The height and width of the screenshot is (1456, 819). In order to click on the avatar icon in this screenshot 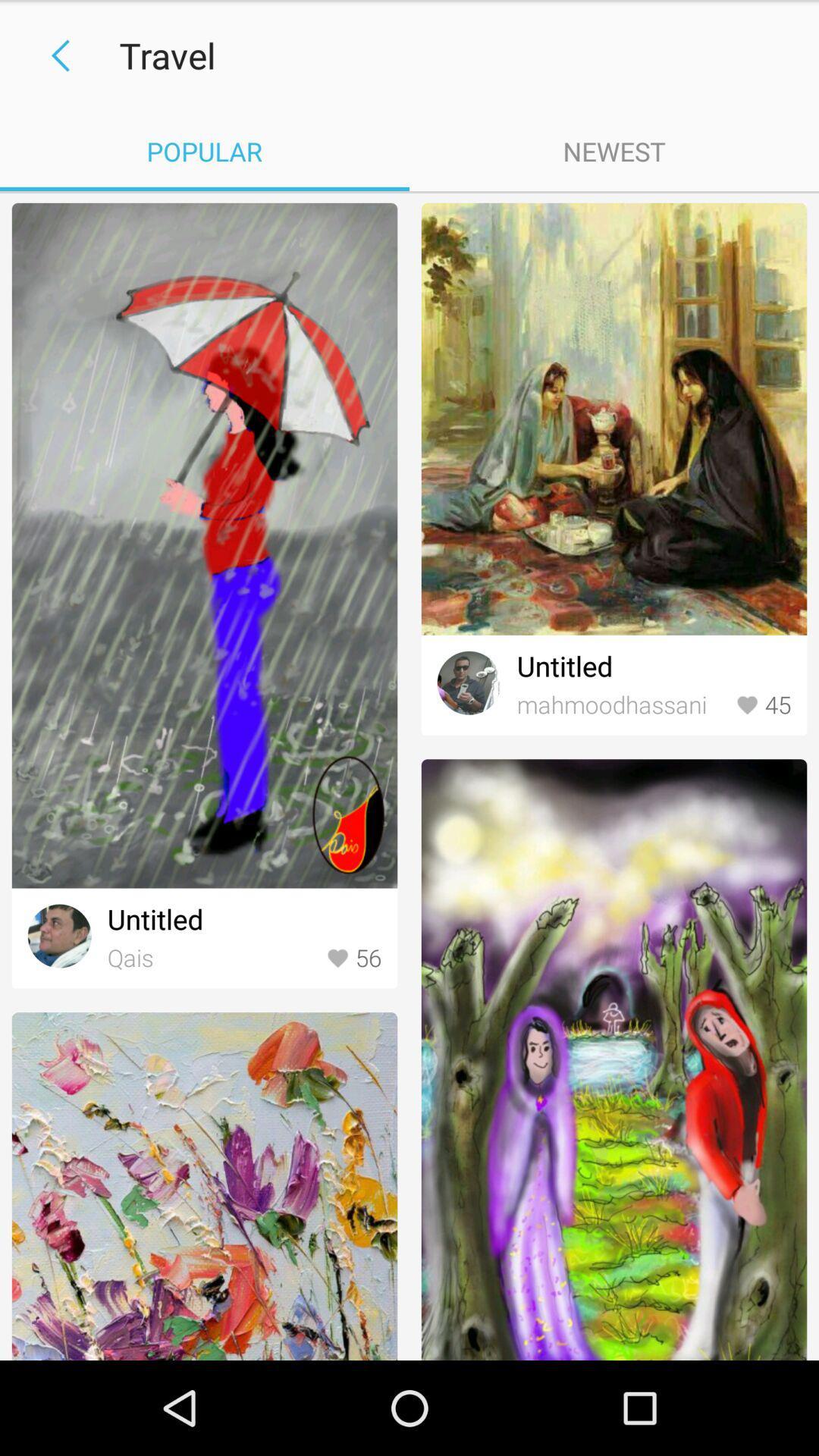, I will do `click(58, 935)`.